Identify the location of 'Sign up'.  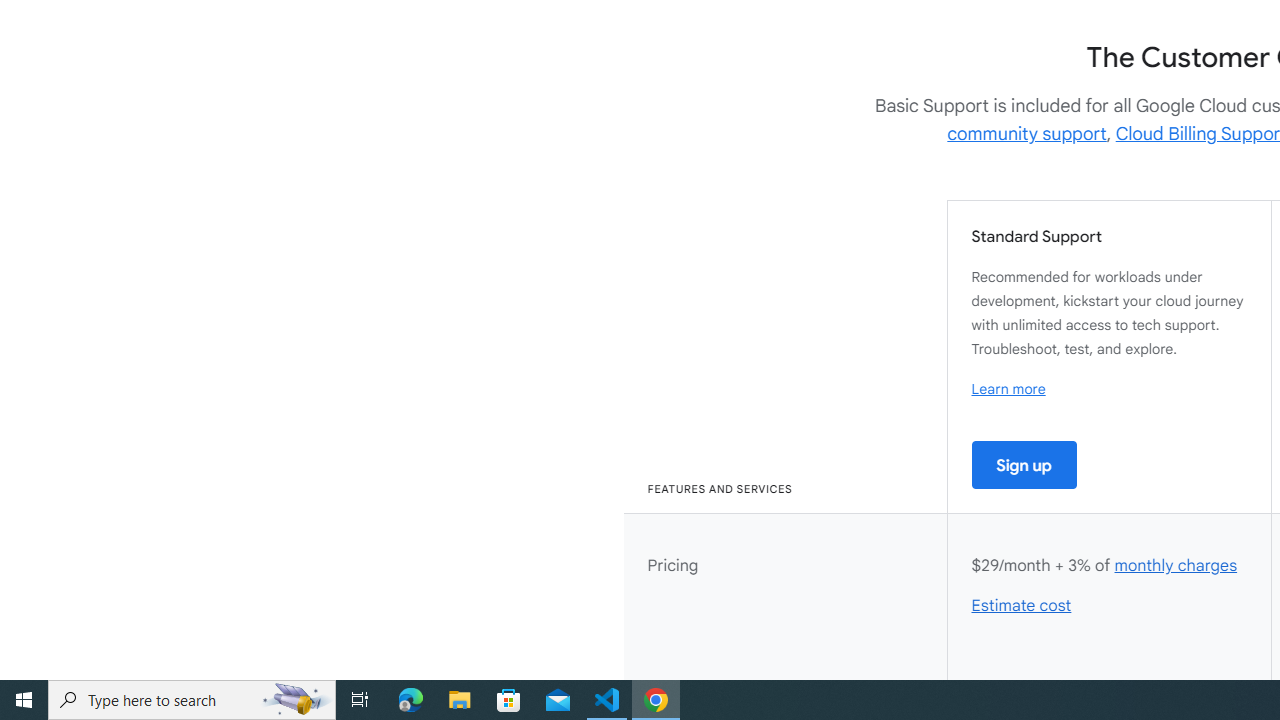
(1024, 464).